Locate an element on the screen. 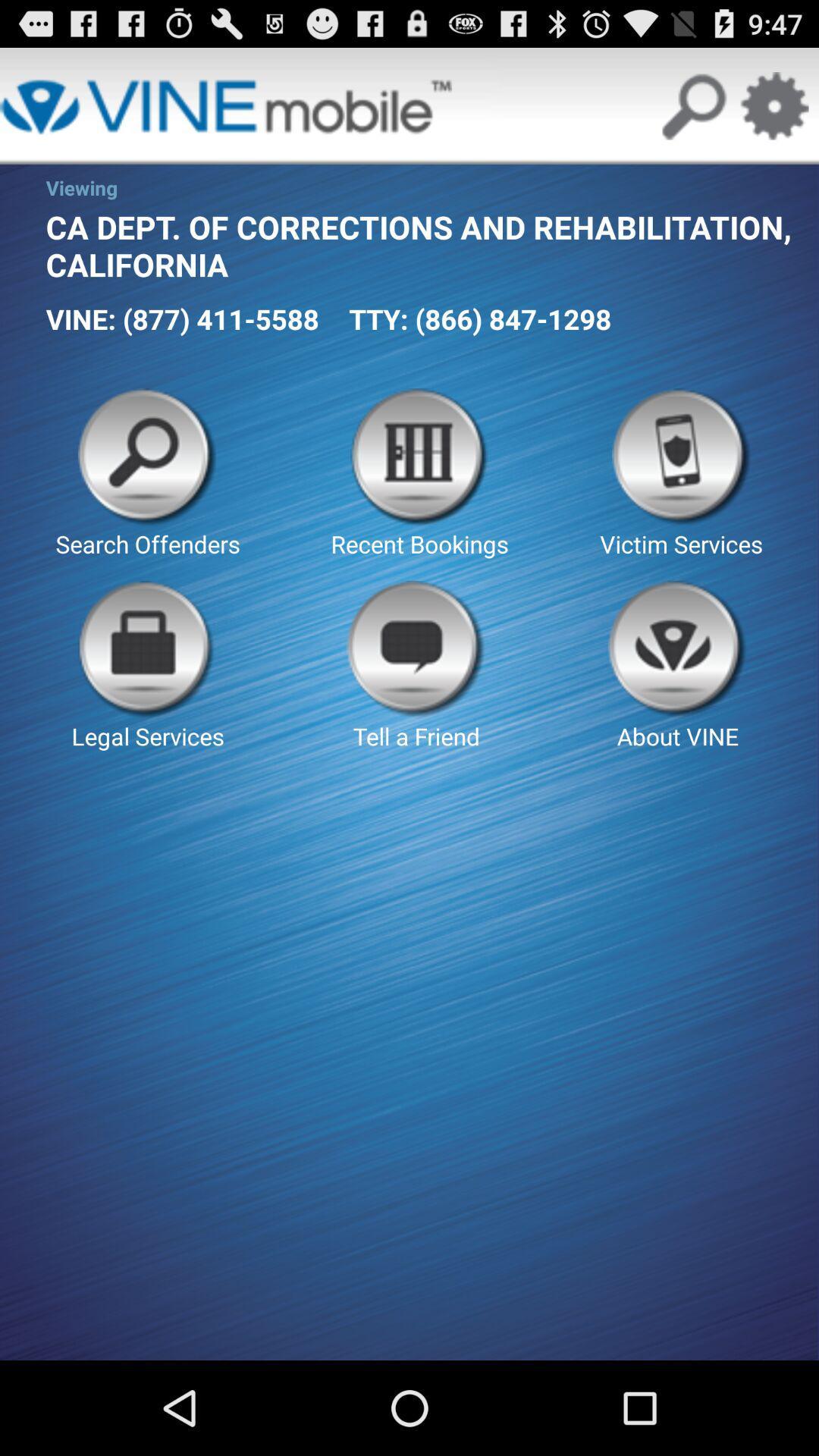  the about vine is located at coordinates (677, 666).